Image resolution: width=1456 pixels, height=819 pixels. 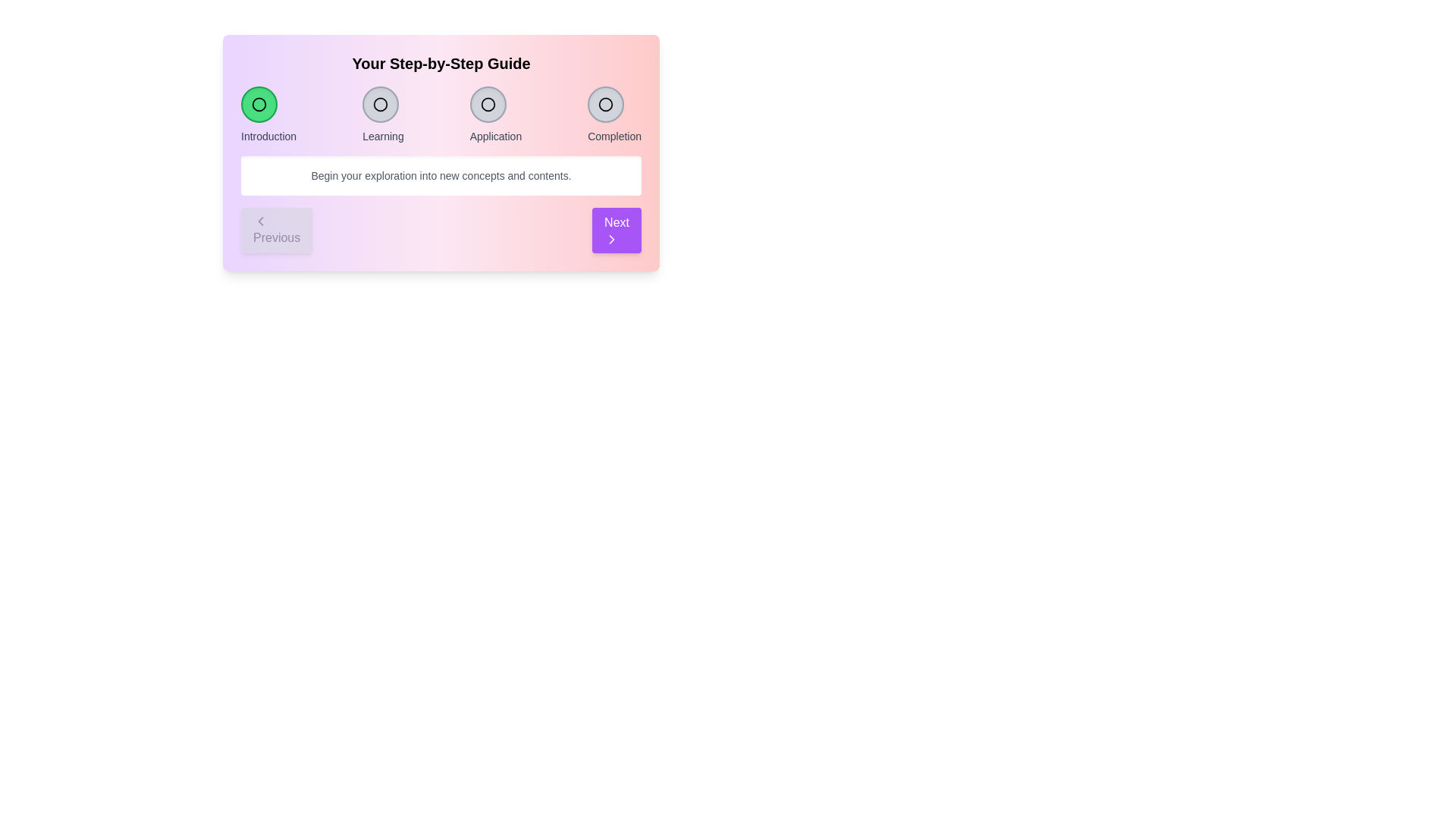 What do you see at coordinates (612, 239) in the screenshot?
I see `the right-pointing arrow icon within the purple 'Next' button at the bottom right corner of the interface` at bounding box center [612, 239].